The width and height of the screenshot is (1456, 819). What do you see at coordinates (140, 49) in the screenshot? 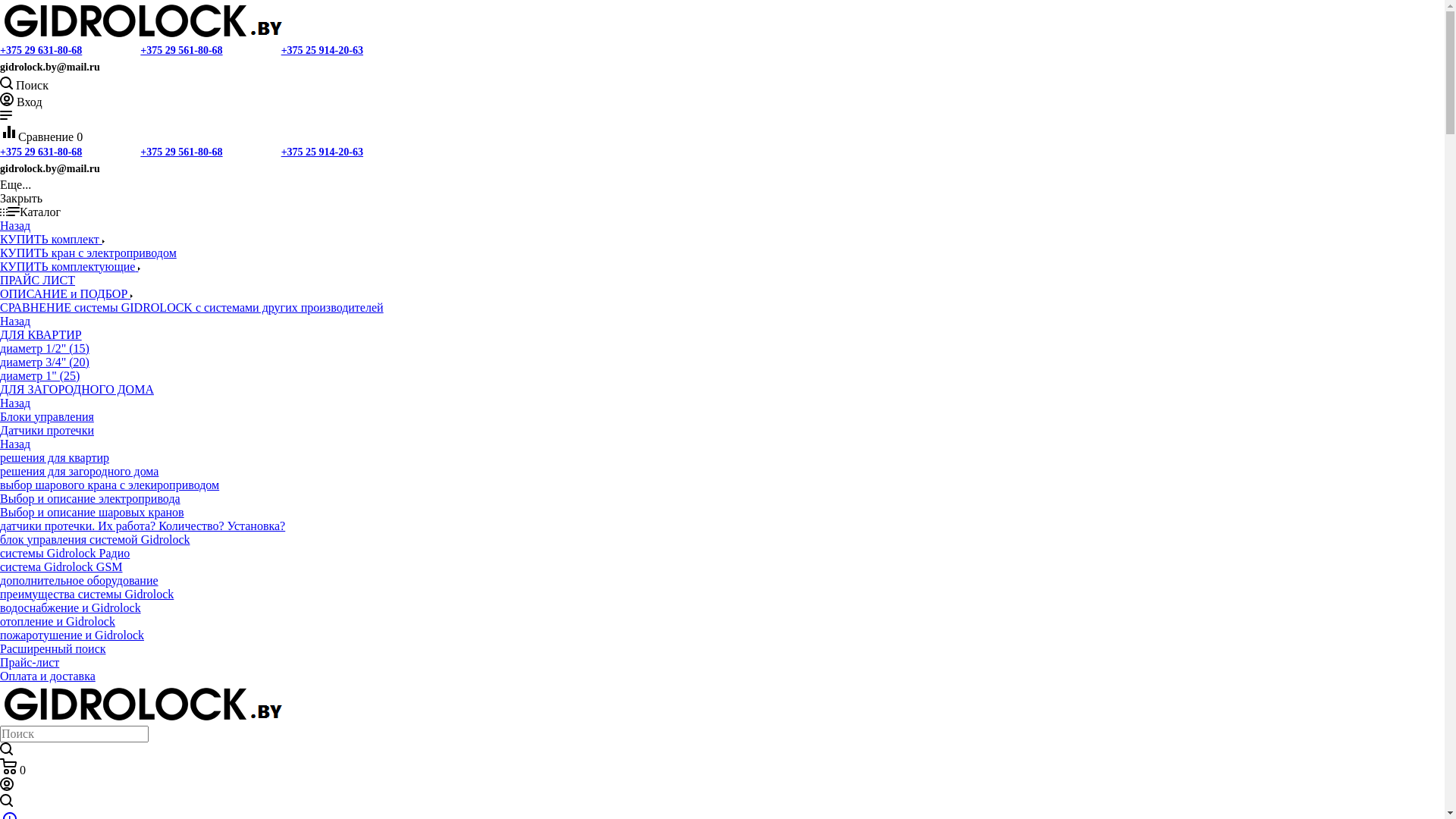
I see `'+375 29 561-80-68'` at bounding box center [140, 49].